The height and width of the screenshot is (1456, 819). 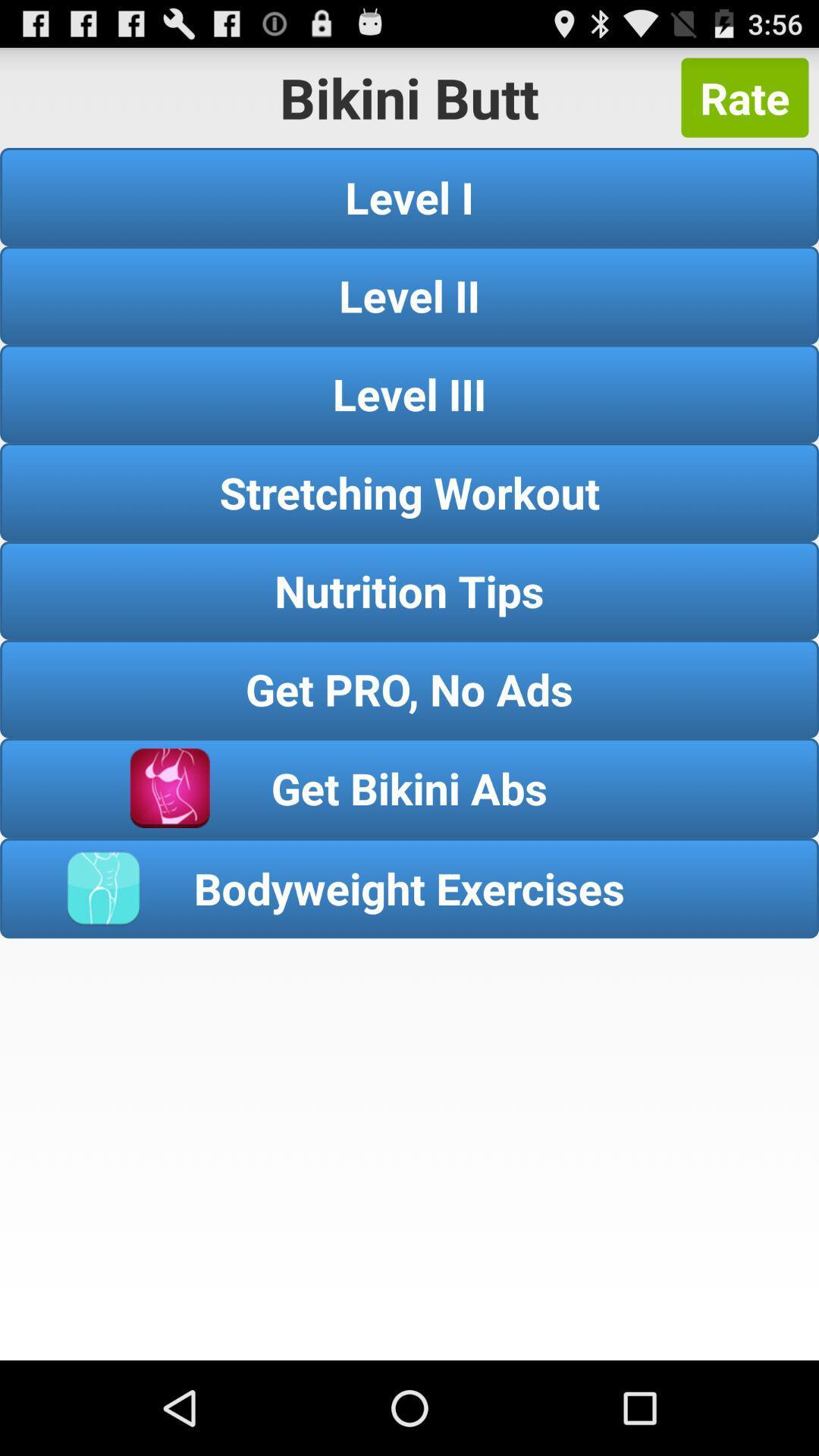 What do you see at coordinates (409, 589) in the screenshot?
I see `nutrition tips` at bounding box center [409, 589].